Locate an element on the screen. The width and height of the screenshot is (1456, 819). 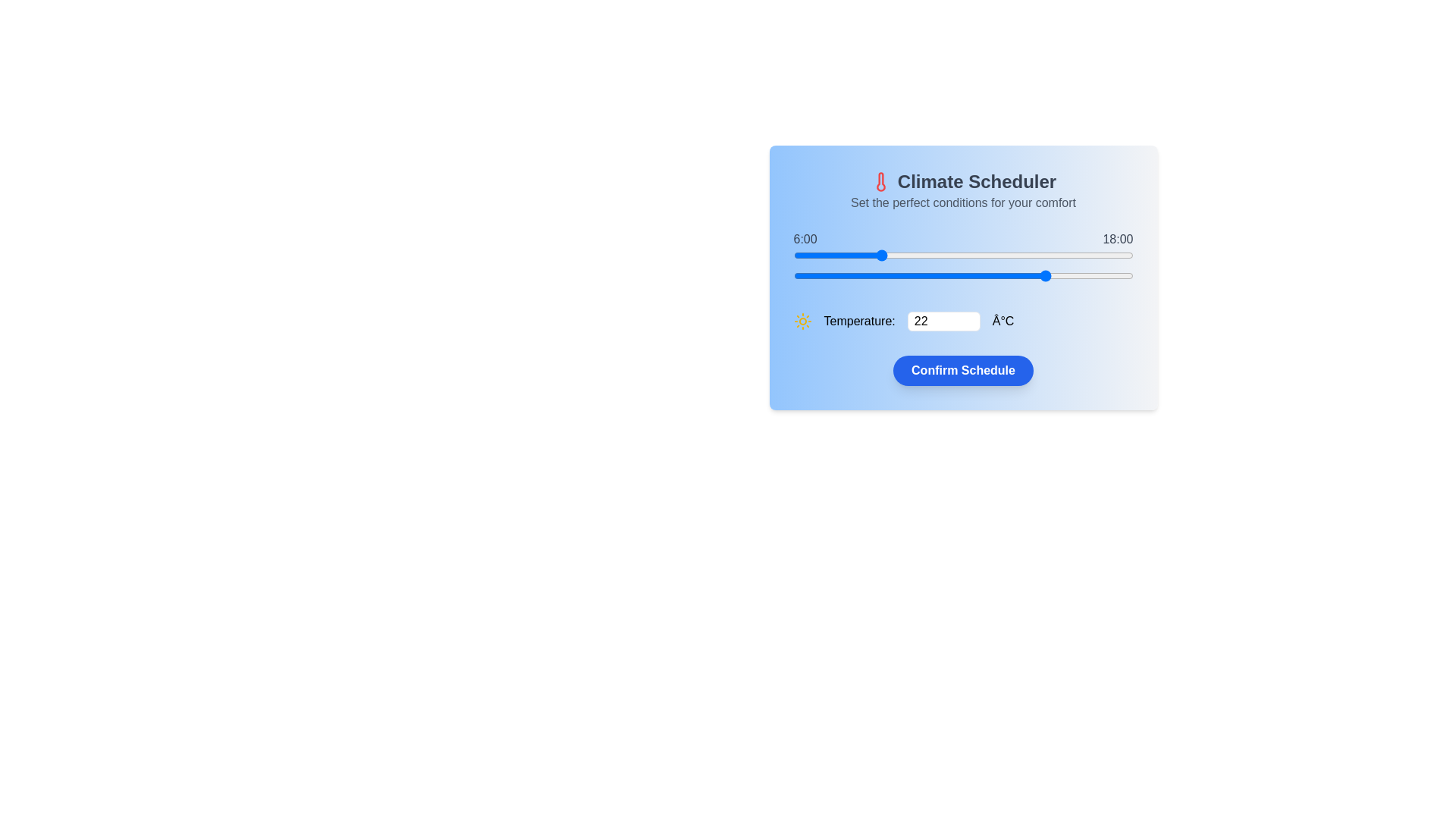
the time on the slider is located at coordinates (934, 254).